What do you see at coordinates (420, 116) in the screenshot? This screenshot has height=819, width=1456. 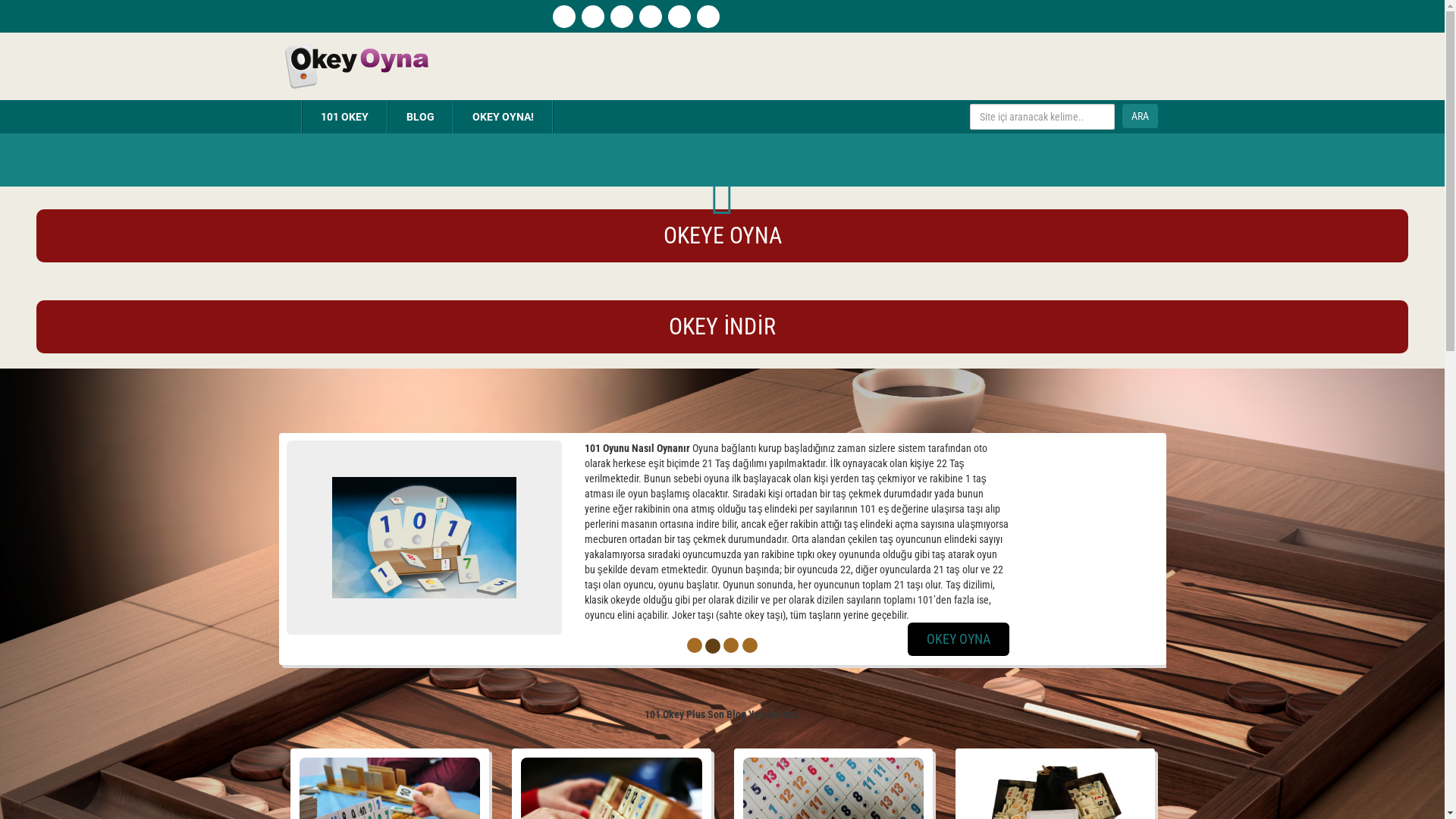 I see `'BLOG'` at bounding box center [420, 116].